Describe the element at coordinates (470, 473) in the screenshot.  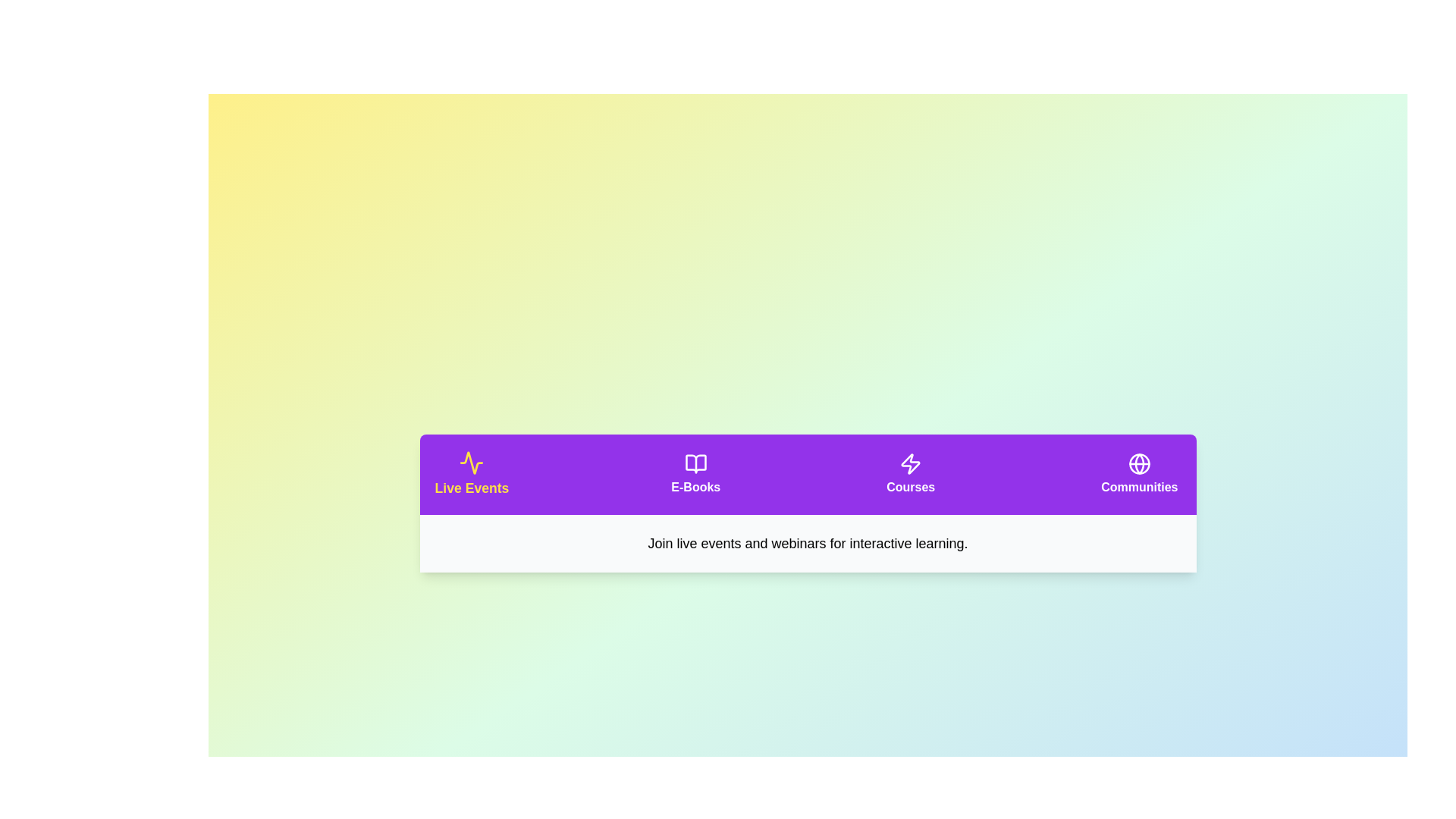
I see `the tab button labeled Live Events to observe its visual effect` at that location.